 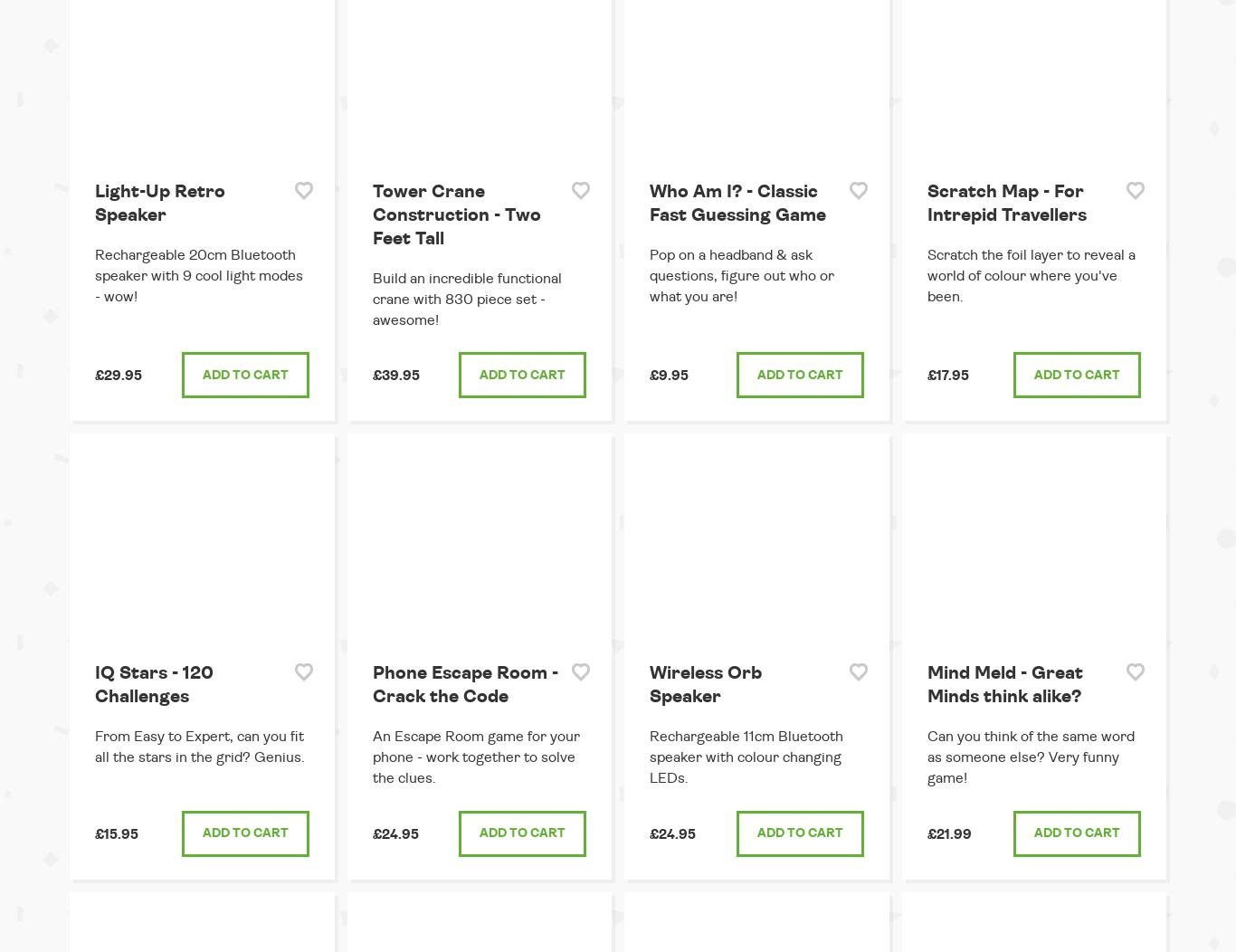 What do you see at coordinates (649, 275) in the screenshot?
I see `'Pop on a headband & ask questions, figure out who or what you are!'` at bounding box center [649, 275].